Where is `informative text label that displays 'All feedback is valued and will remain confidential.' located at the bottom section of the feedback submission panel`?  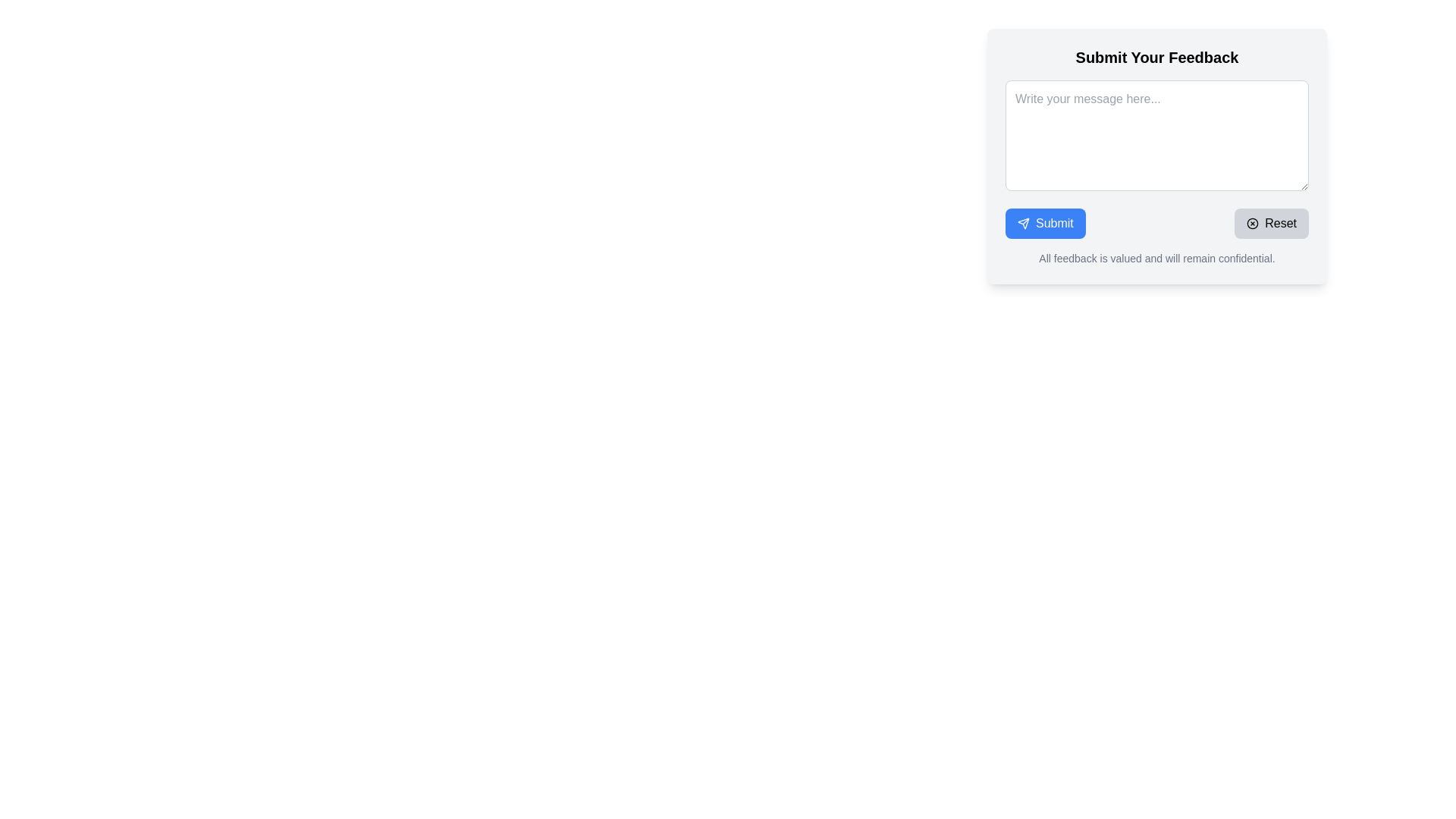
informative text label that displays 'All feedback is valued and will remain confidential.' located at the bottom section of the feedback submission panel is located at coordinates (1156, 257).